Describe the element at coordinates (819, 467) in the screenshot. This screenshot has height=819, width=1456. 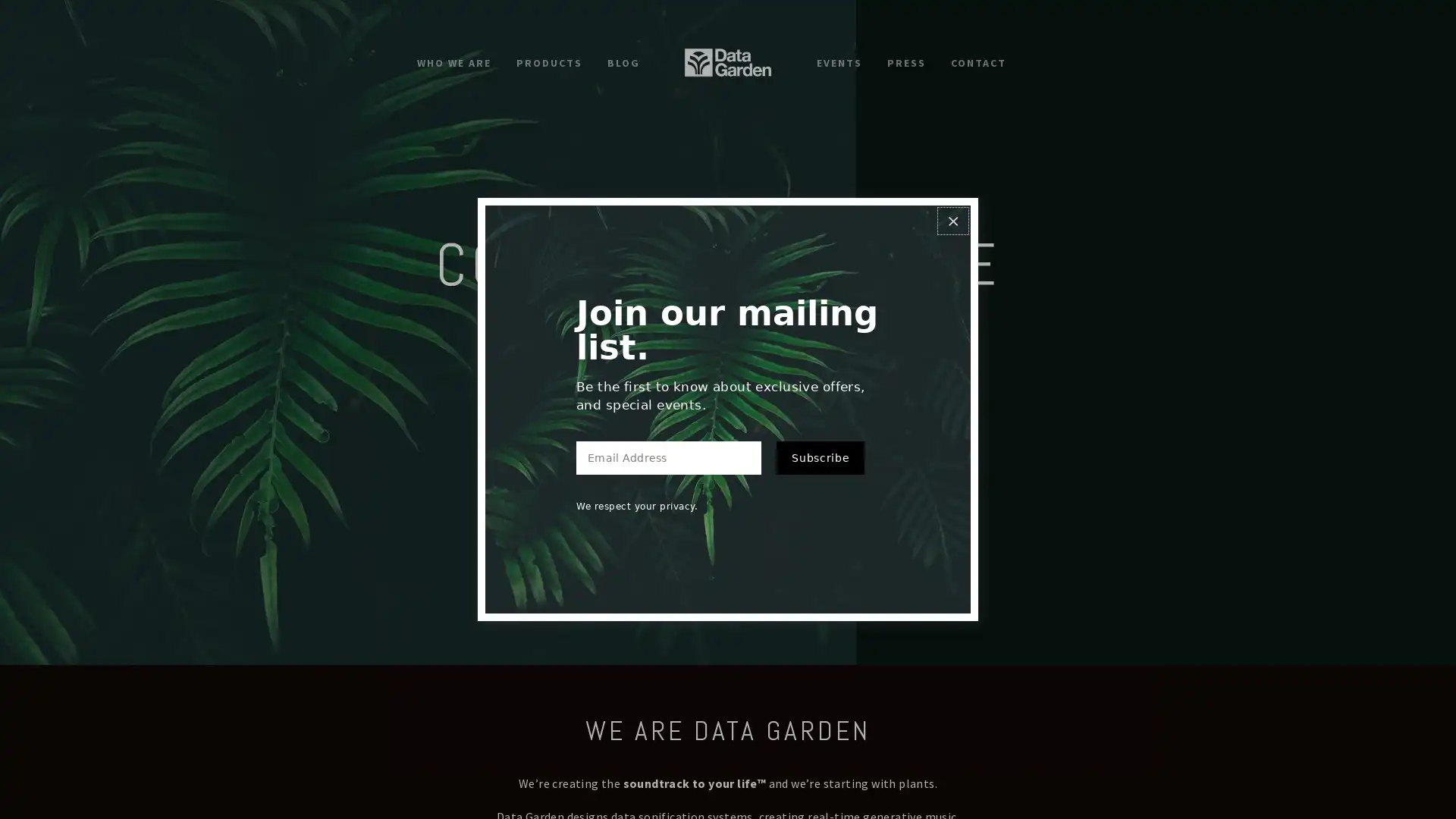
I see `Subscribe` at that location.